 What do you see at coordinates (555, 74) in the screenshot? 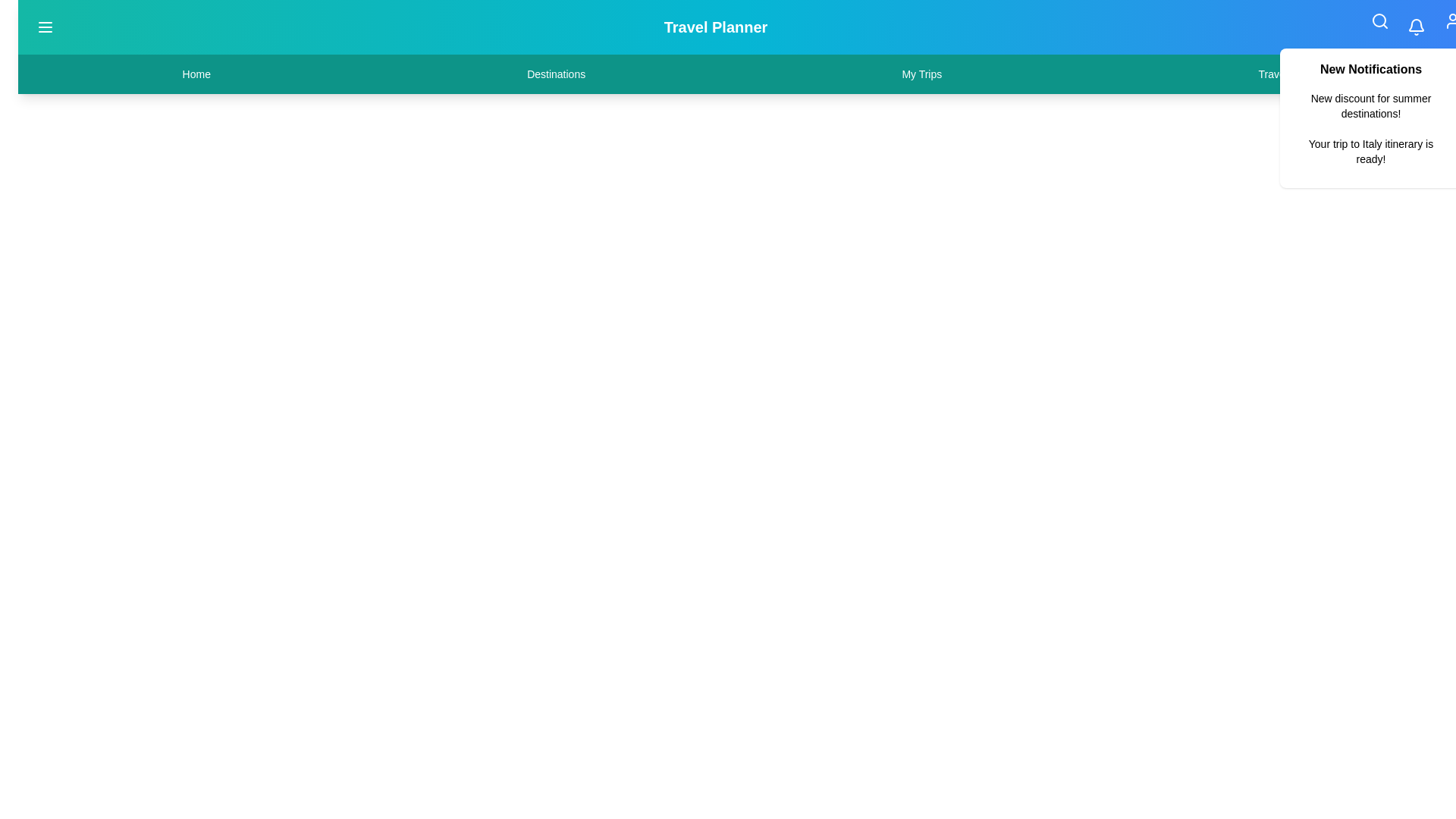
I see `the navigation item Destinations from the menu` at bounding box center [555, 74].